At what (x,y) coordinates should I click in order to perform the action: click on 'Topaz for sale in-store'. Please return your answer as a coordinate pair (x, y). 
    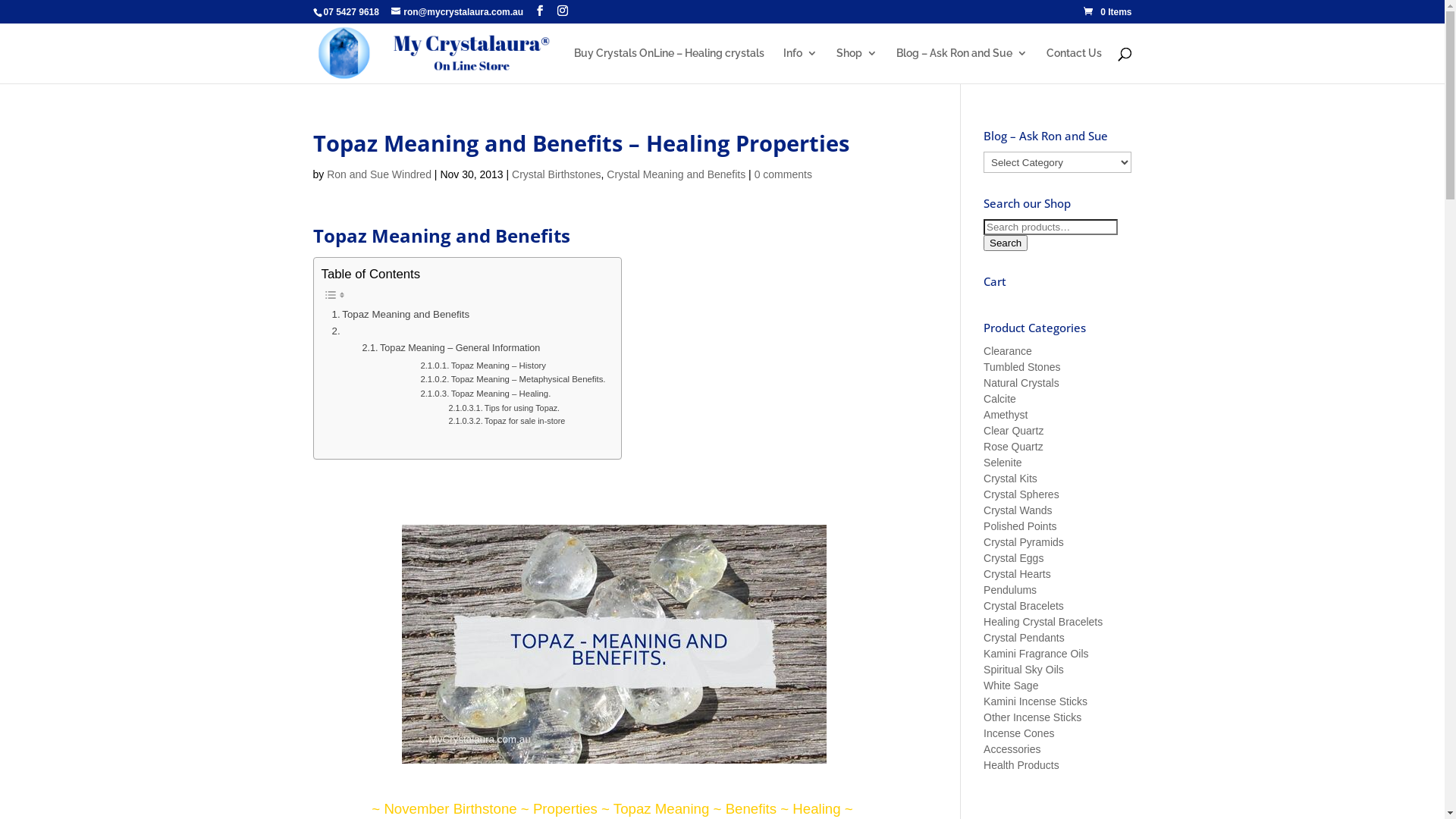
    Looking at the image, I should click on (506, 421).